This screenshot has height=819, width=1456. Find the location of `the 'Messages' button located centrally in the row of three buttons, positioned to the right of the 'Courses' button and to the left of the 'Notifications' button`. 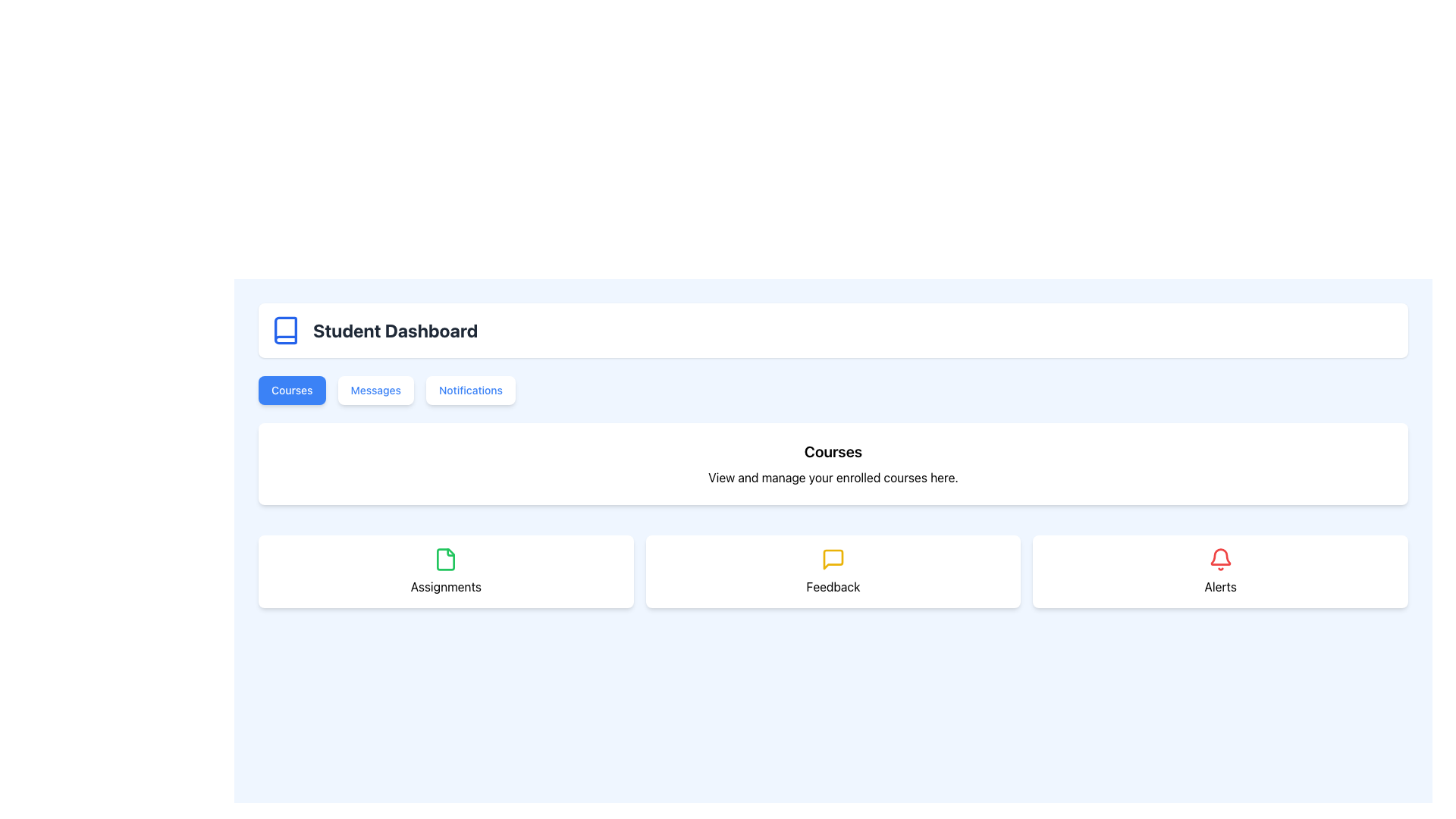

the 'Messages' button located centrally in the row of three buttons, positioned to the right of the 'Courses' button and to the left of the 'Notifications' button is located at coordinates (375, 390).